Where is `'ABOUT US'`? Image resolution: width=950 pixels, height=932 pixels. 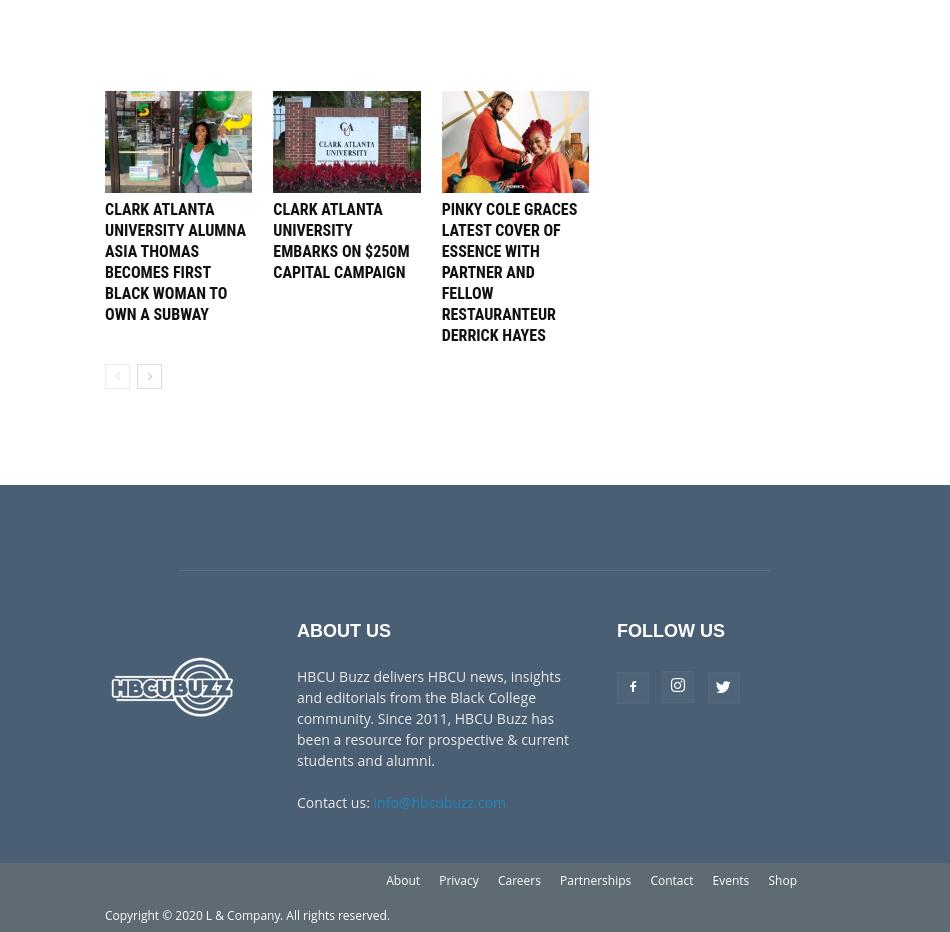
'ABOUT US' is located at coordinates (295, 629).